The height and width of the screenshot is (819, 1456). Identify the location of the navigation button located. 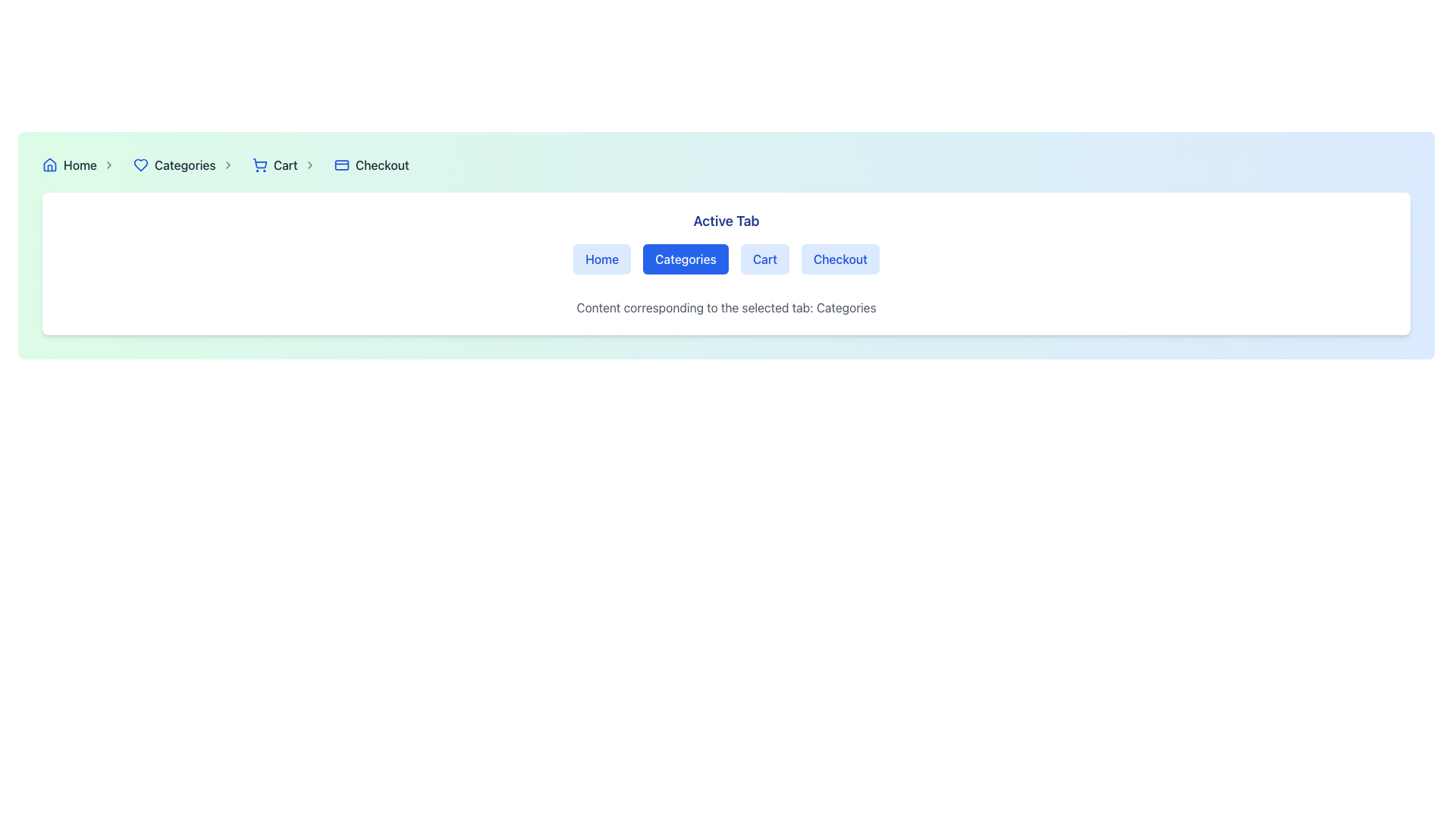
(839, 259).